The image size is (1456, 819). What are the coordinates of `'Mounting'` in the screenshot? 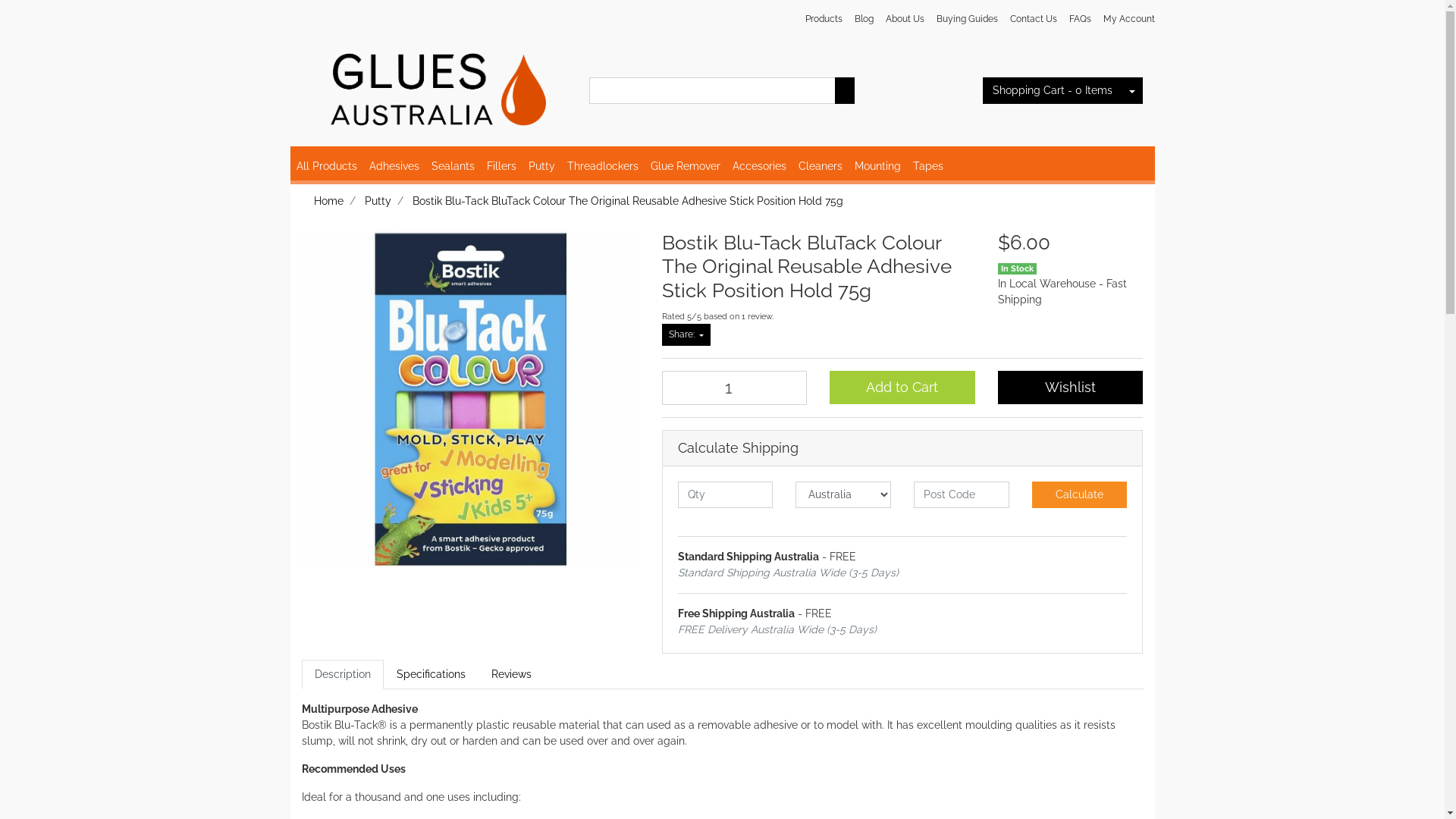 It's located at (877, 166).